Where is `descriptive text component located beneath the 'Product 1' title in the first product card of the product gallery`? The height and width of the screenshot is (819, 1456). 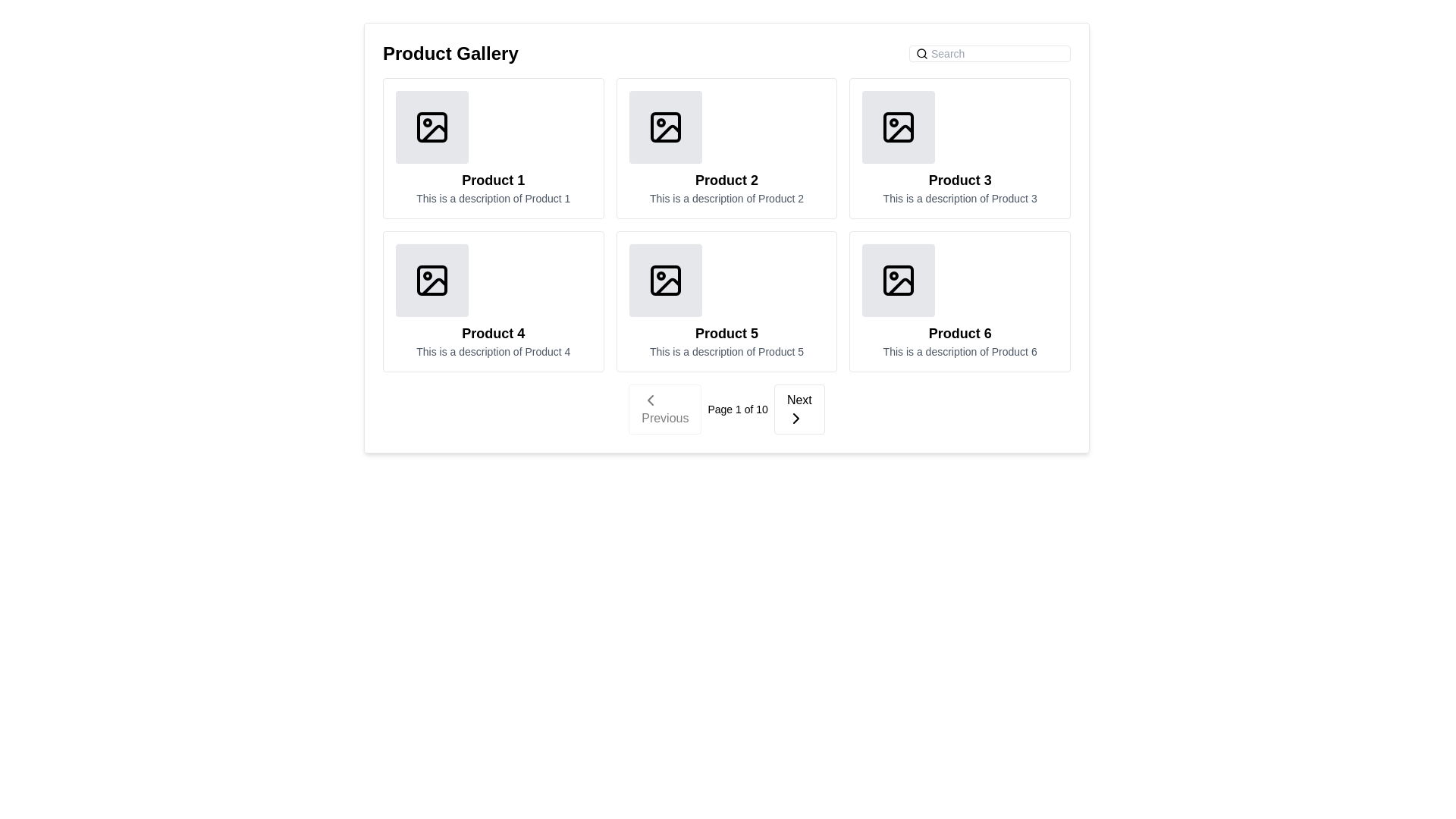
descriptive text component located beneath the 'Product 1' title in the first product card of the product gallery is located at coordinates (493, 198).